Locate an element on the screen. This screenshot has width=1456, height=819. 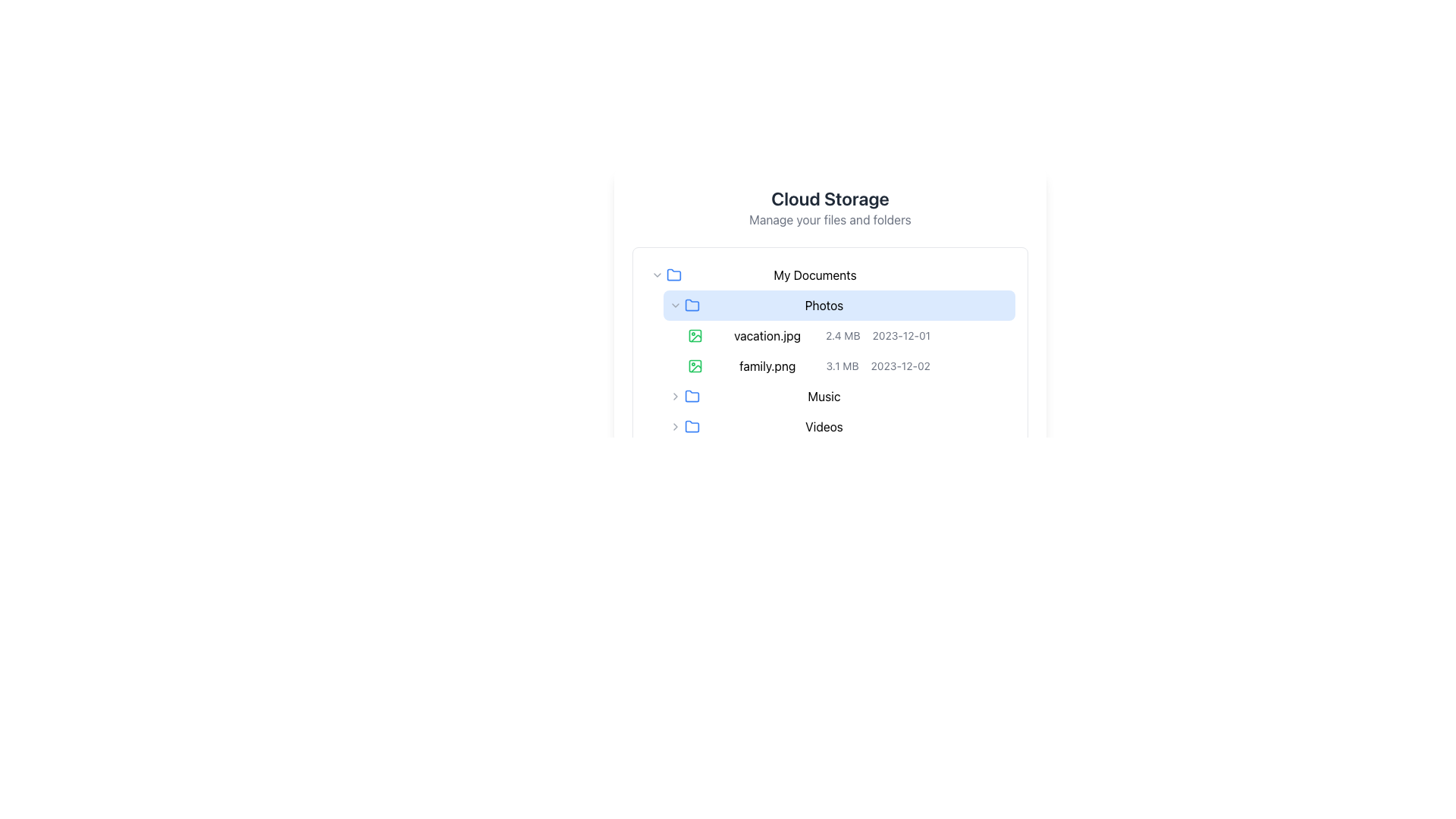
the folder icon with a blue outline that is positioned at the start of the 'Photos' list item under 'My Documents' is located at coordinates (691, 426).